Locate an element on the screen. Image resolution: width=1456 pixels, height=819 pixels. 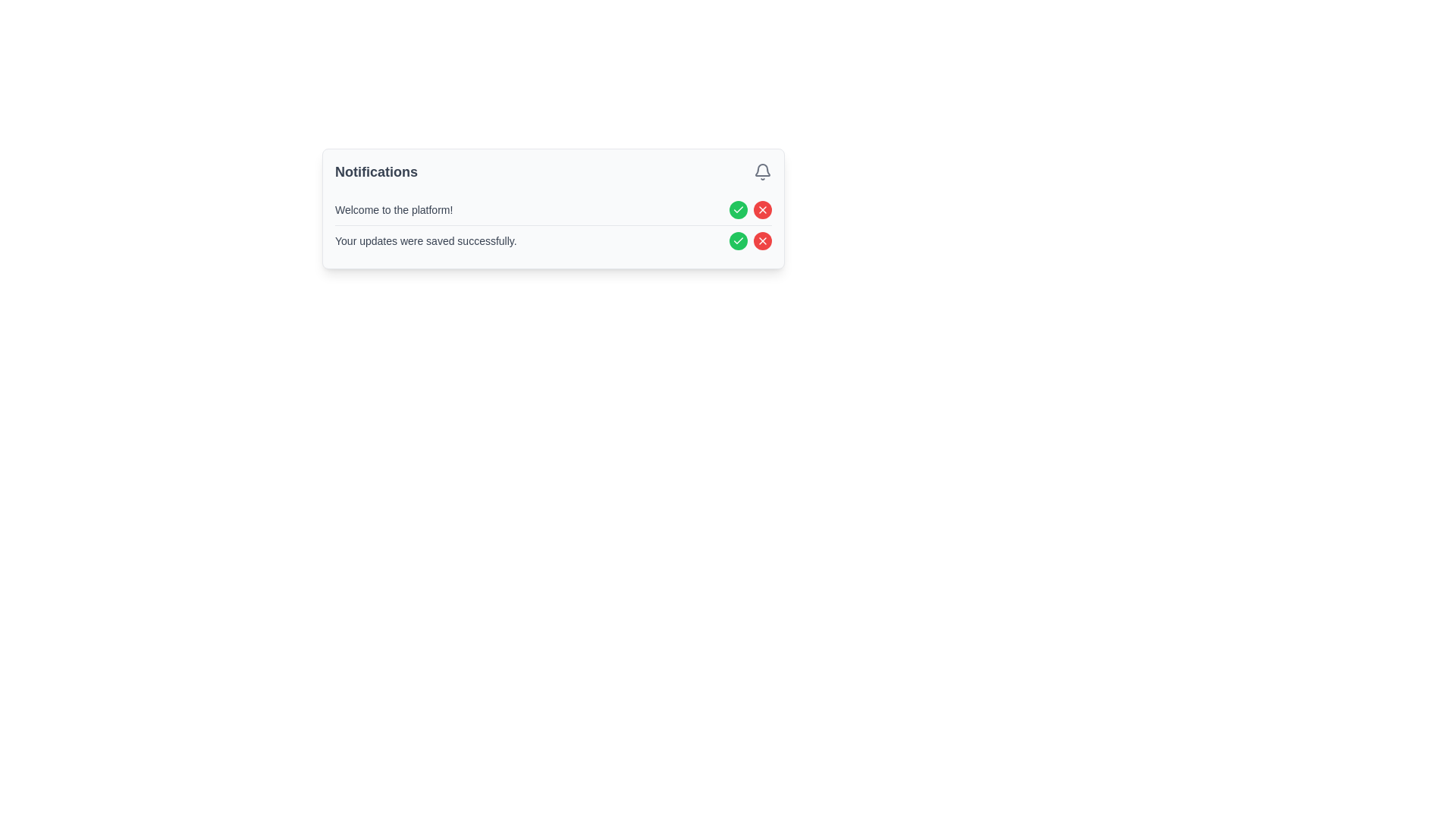
the close button located to the right of the notification message in the notification panel, which is the red cross icon is located at coordinates (763, 240).